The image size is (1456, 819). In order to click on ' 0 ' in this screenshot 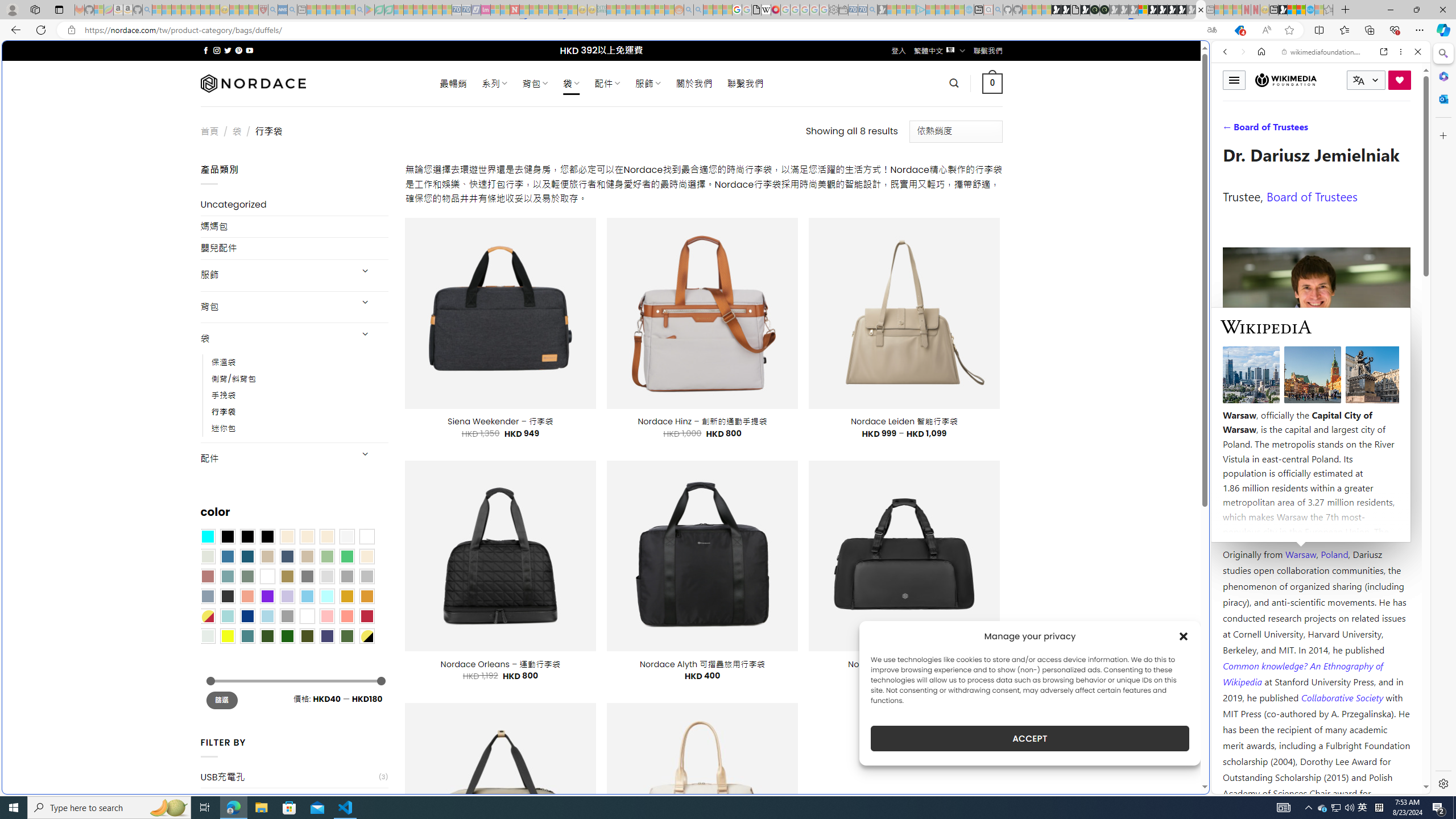, I will do `click(992, 82)`.